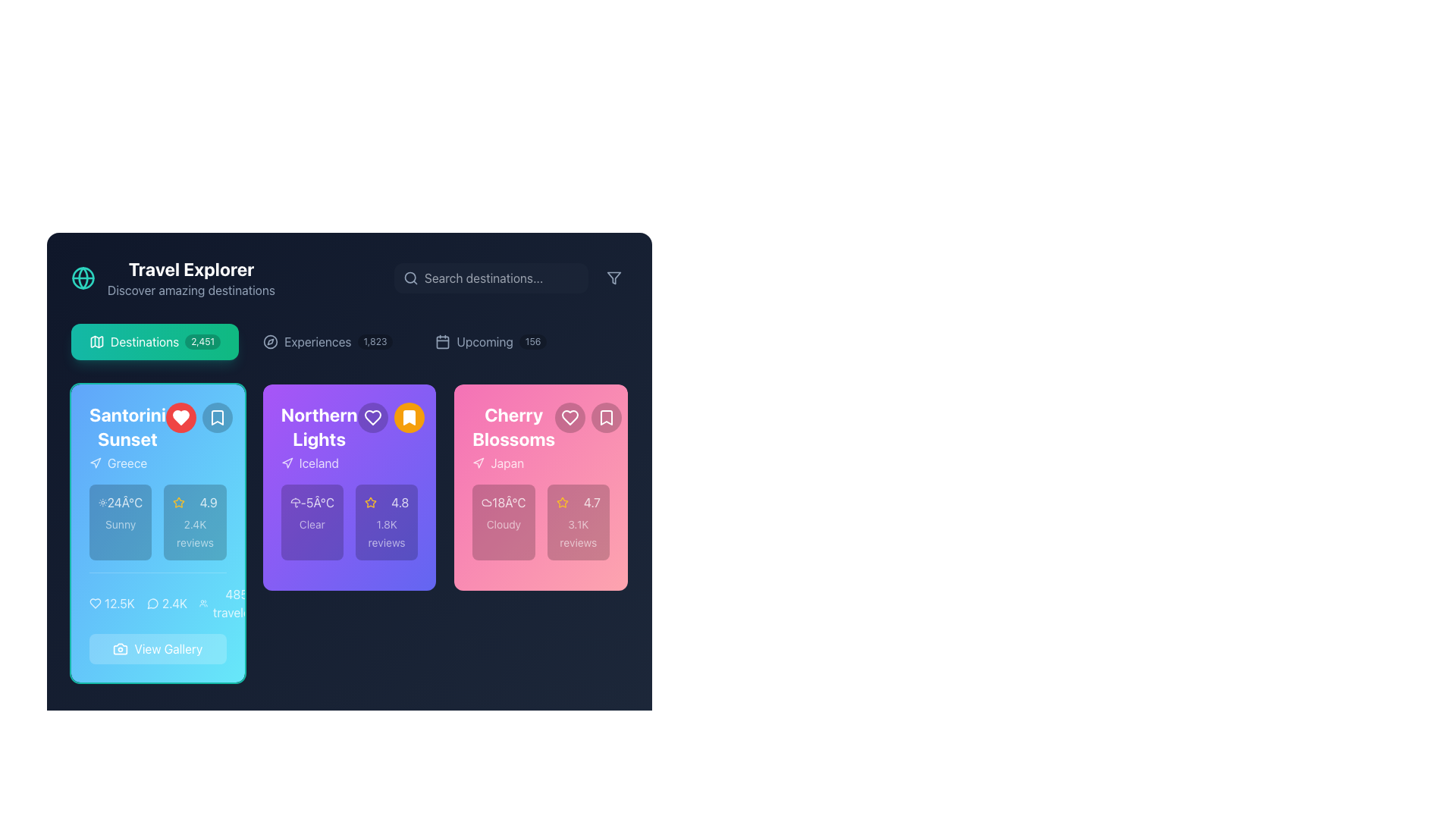 This screenshot has height=819, width=1456. Describe the element at coordinates (411, 278) in the screenshot. I see `the magnifying glass icon that symbolizes the search functionality, located on the left side of the search bar adjacent to the placeholder text 'Search destinations...'` at that location.